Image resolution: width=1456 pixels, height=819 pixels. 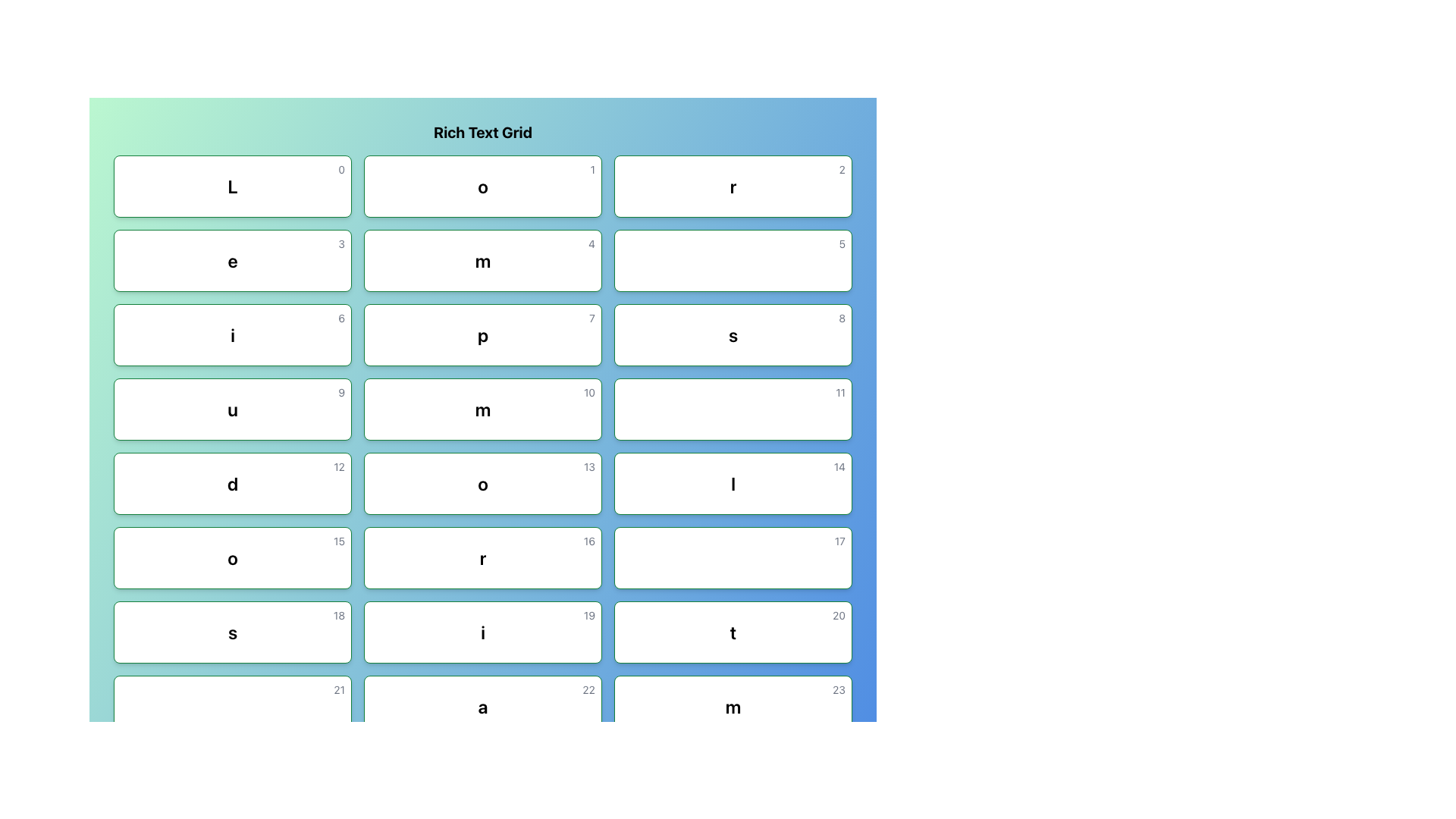 What do you see at coordinates (232, 259) in the screenshot?
I see `the bold letter 'e' displayed in the third cell of the grid, located in the second row, which is part of a white rectangle with a green border and rounded edges` at bounding box center [232, 259].